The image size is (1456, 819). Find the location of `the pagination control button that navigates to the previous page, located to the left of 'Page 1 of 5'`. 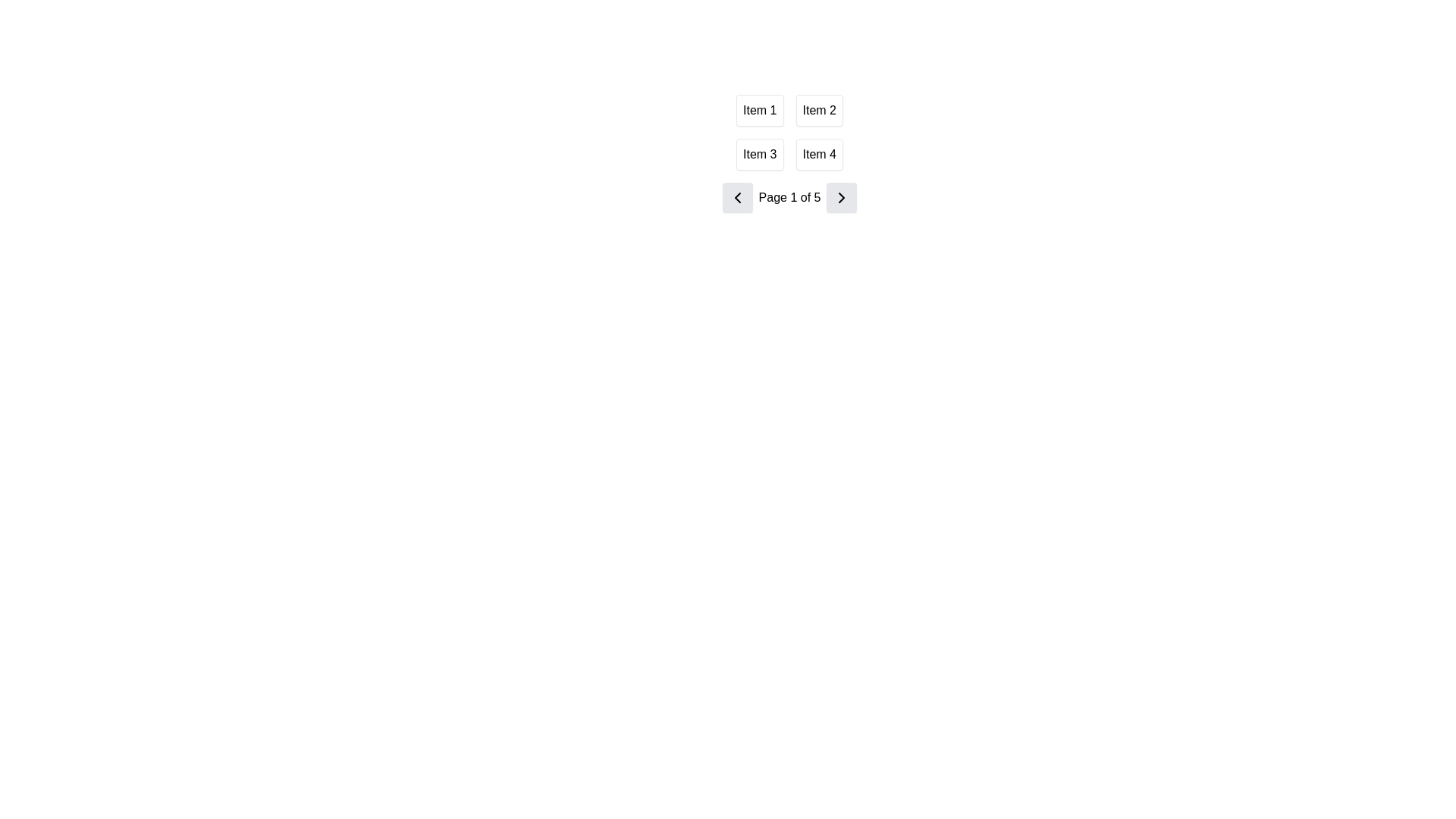

the pagination control button that navigates to the previous page, located to the left of 'Page 1 of 5' is located at coordinates (737, 197).